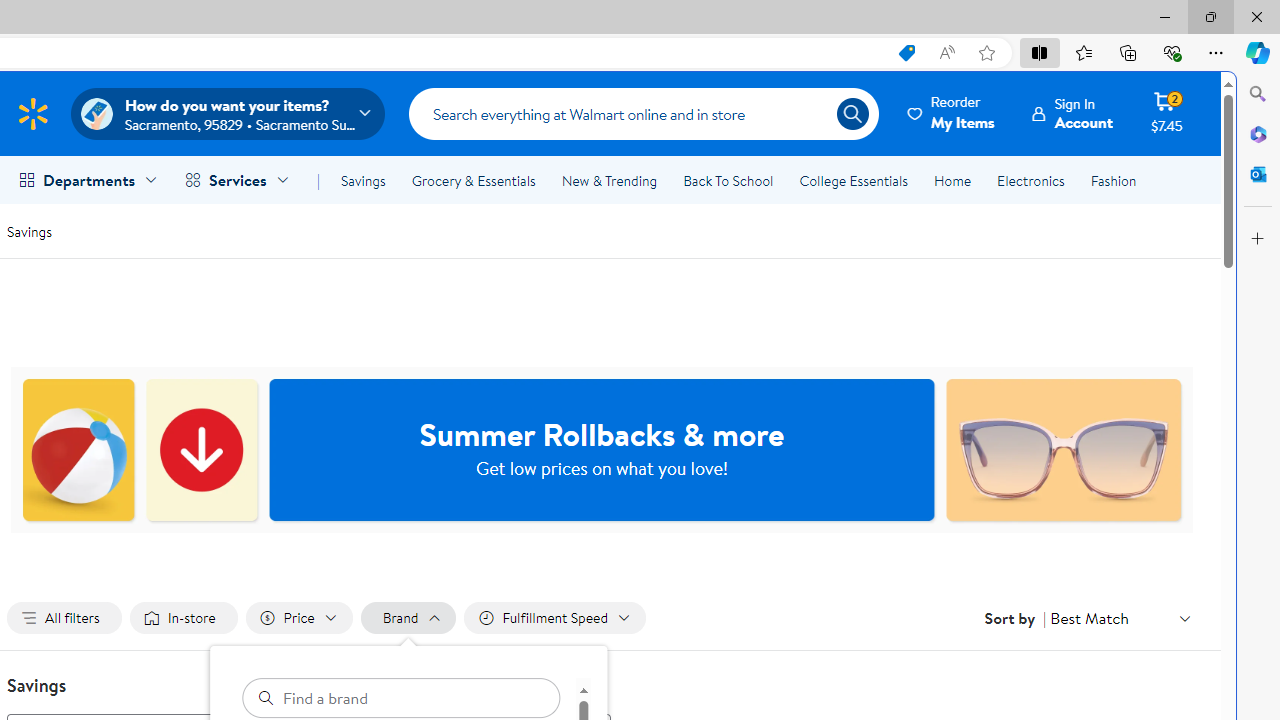  Describe the element at coordinates (1031, 181) in the screenshot. I see `'Electronics'` at that location.